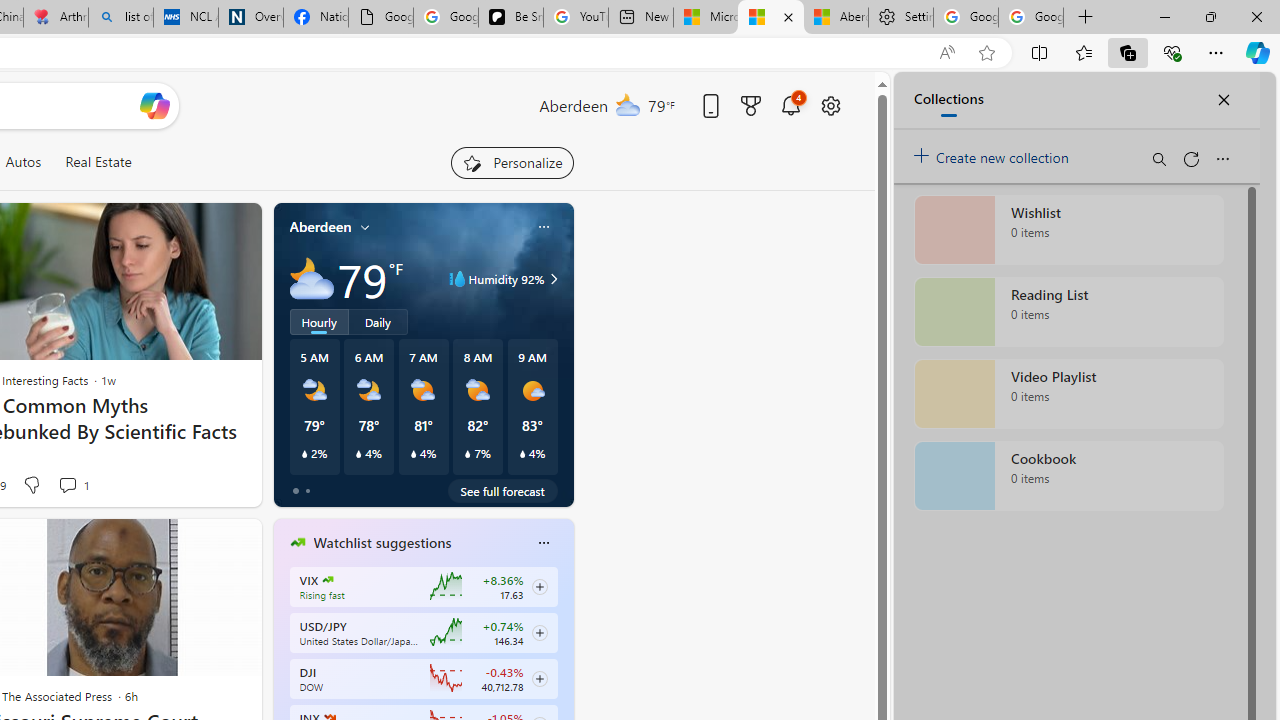 The width and height of the screenshot is (1280, 720). Describe the element at coordinates (830, 105) in the screenshot. I see `'Open settings'` at that location.